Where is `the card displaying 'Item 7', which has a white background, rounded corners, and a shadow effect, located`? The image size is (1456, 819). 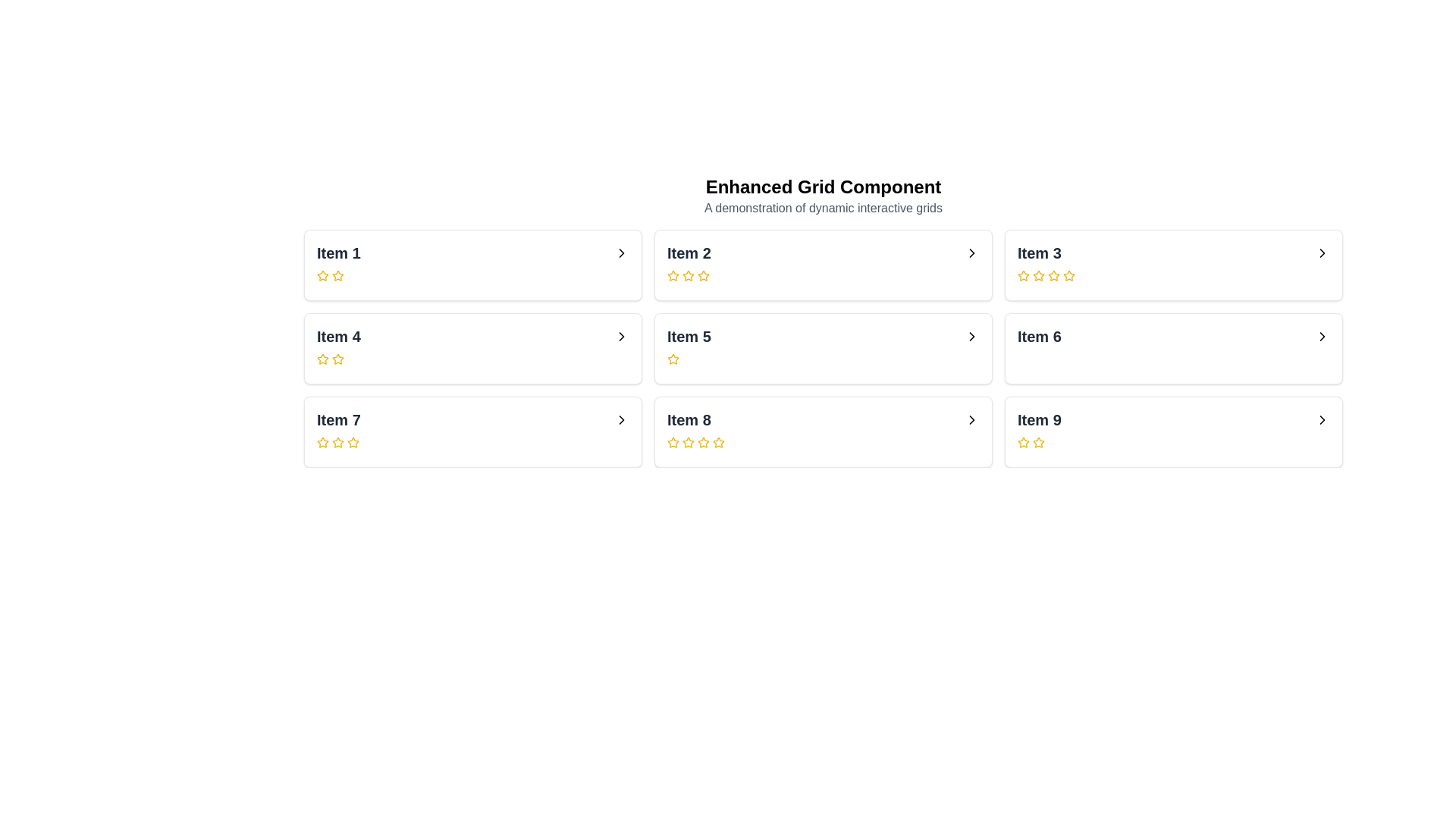 the card displaying 'Item 7', which has a white background, rounded corners, and a shadow effect, located is located at coordinates (472, 432).